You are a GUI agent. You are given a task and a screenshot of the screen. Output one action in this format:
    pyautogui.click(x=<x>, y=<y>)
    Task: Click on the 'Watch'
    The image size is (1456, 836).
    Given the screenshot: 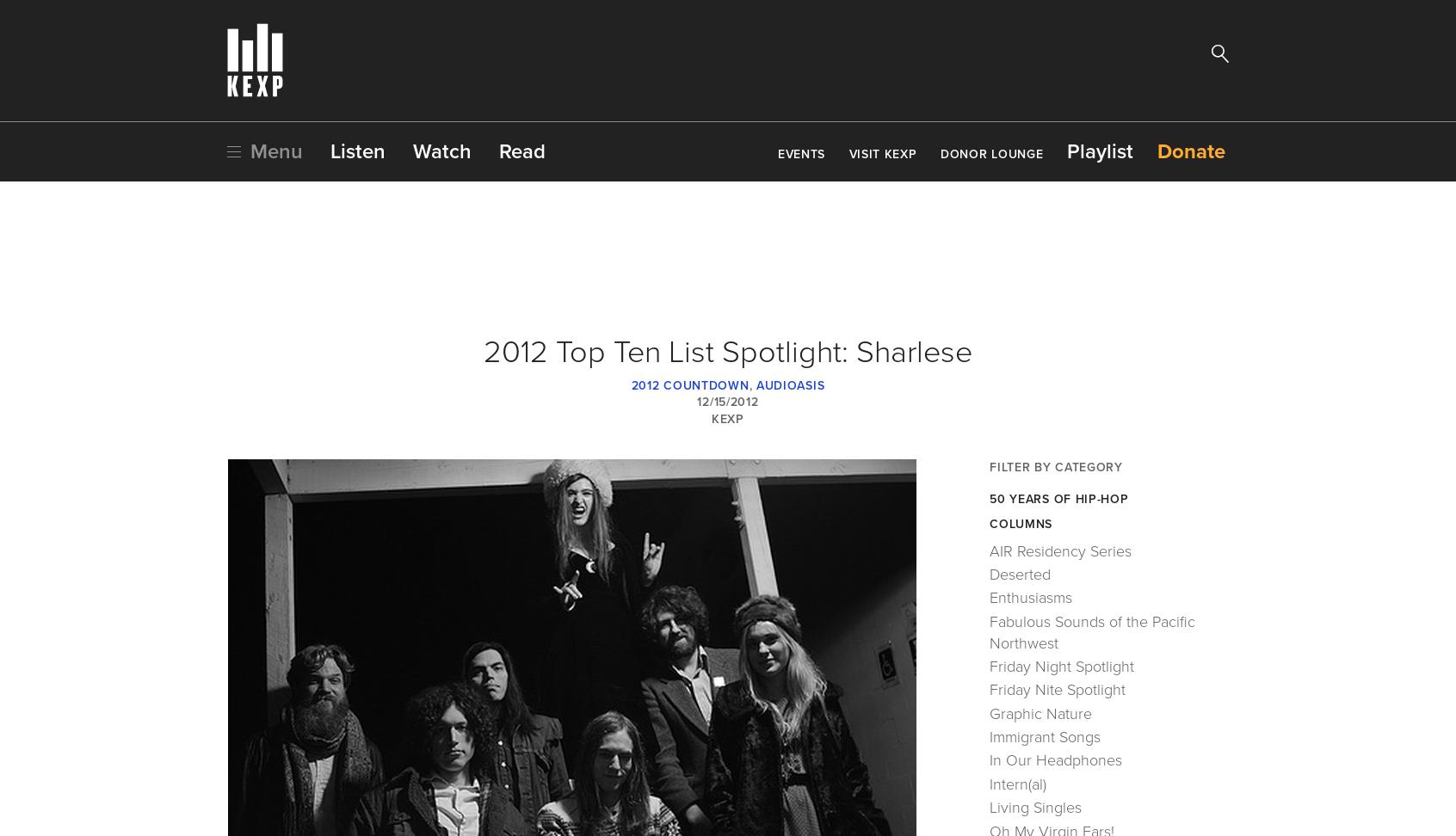 What is the action you would take?
    pyautogui.click(x=441, y=151)
    